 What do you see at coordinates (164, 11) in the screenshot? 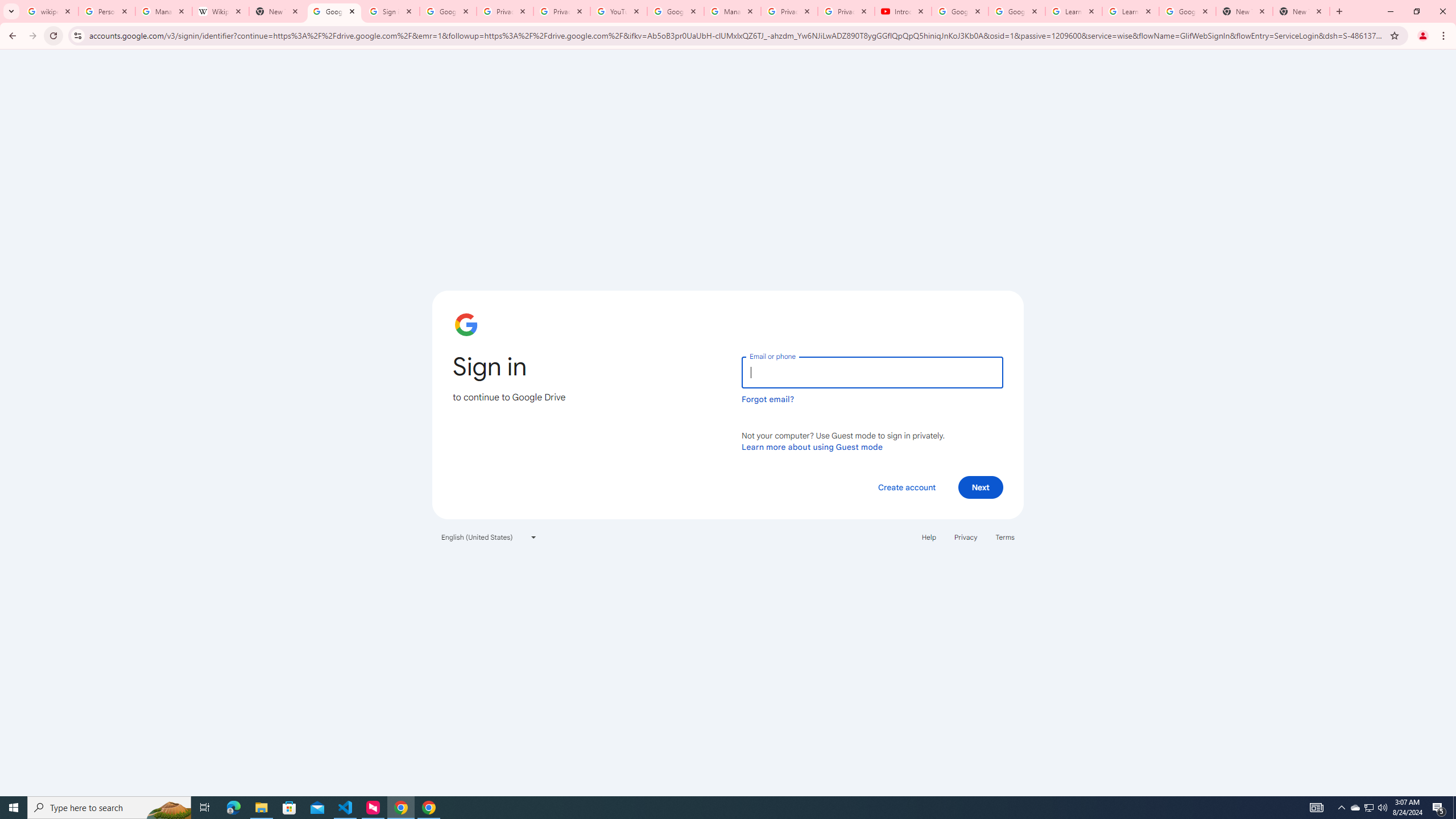
I see `'Manage your Location History - Google Search Help'` at bounding box center [164, 11].